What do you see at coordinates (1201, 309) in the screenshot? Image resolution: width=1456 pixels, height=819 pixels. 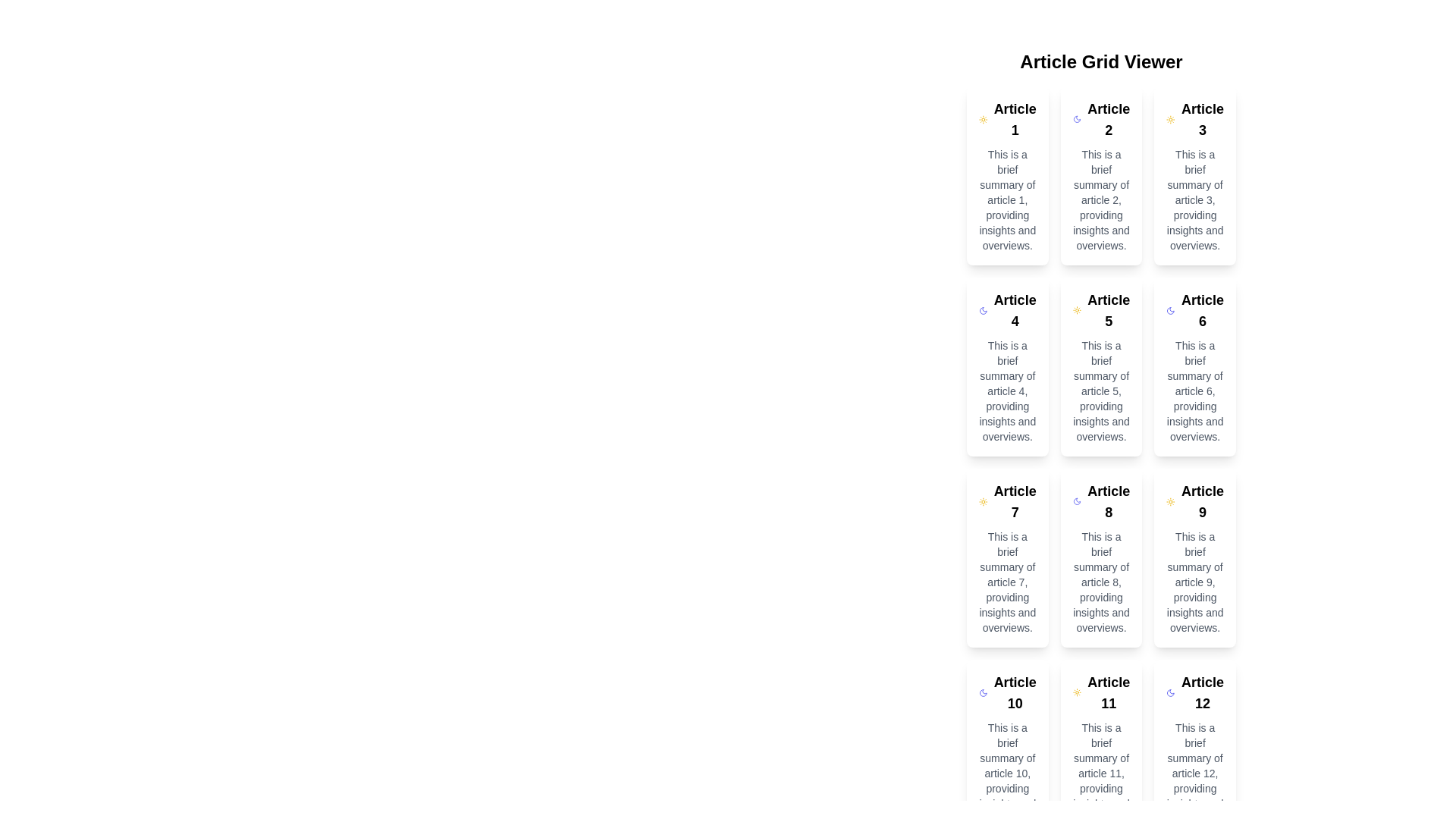 I see `the text label displaying 'Article 6'` at bounding box center [1201, 309].